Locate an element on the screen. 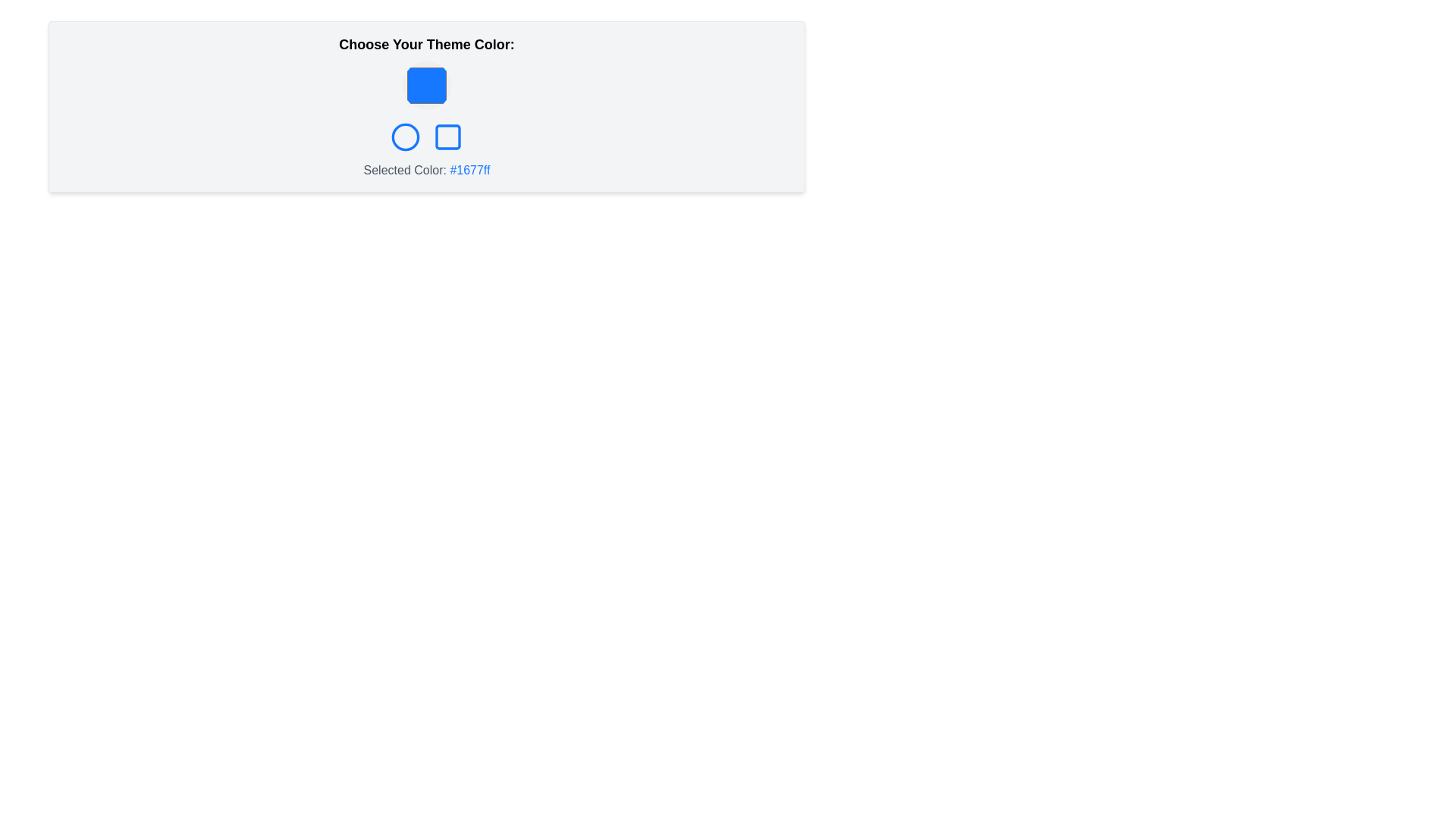 The height and width of the screenshot is (819, 1456). the text label that serves as a header or instruction, located at the top of a card-like structure with a light gray background, rounded edges, and box shadow styling is located at coordinates (425, 43).